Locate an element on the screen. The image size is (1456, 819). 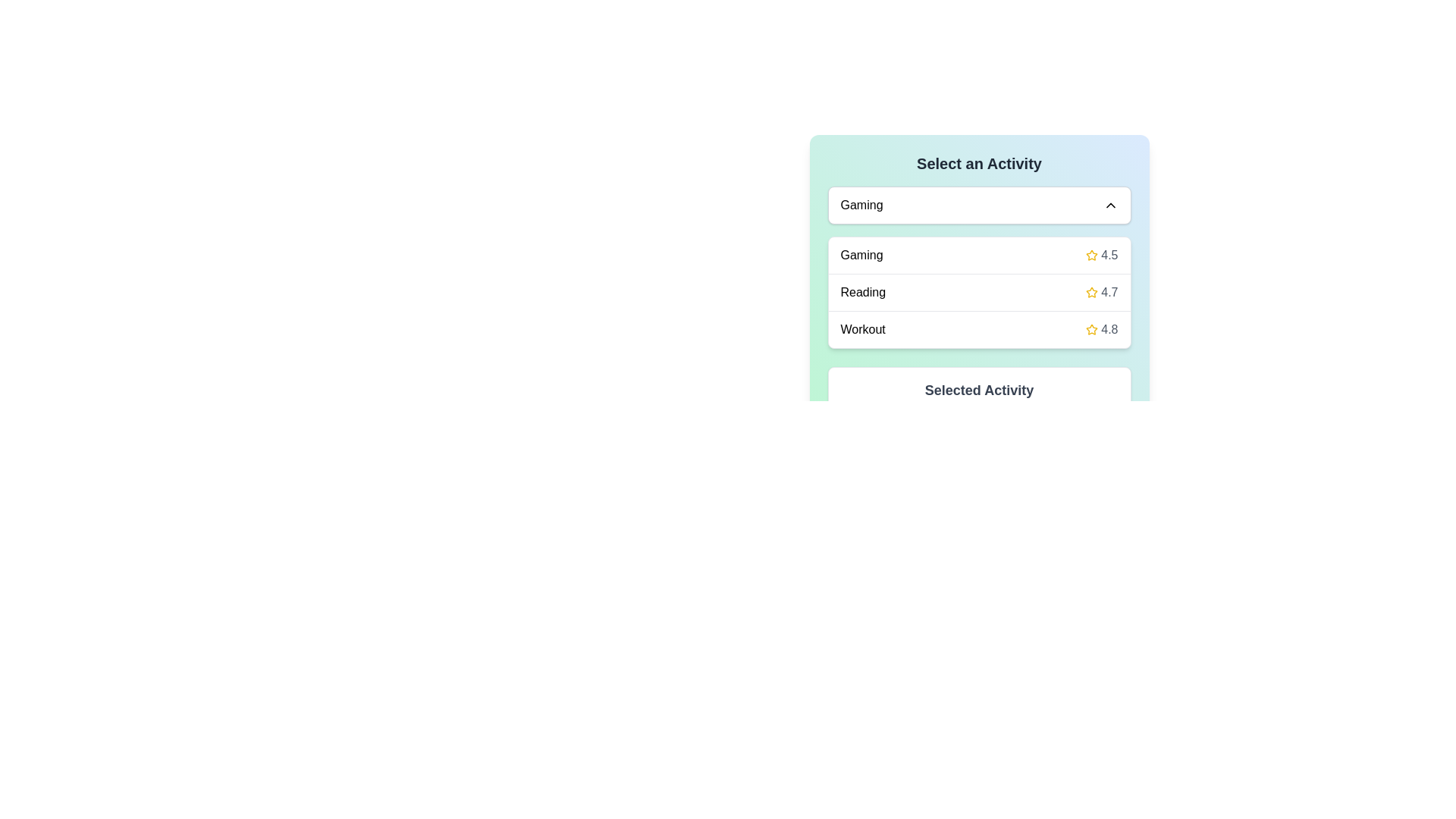
the yellow star-shaped icon that indicates a rating of '4.7' in the 'Select an Activity' section is located at coordinates (1092, 292).